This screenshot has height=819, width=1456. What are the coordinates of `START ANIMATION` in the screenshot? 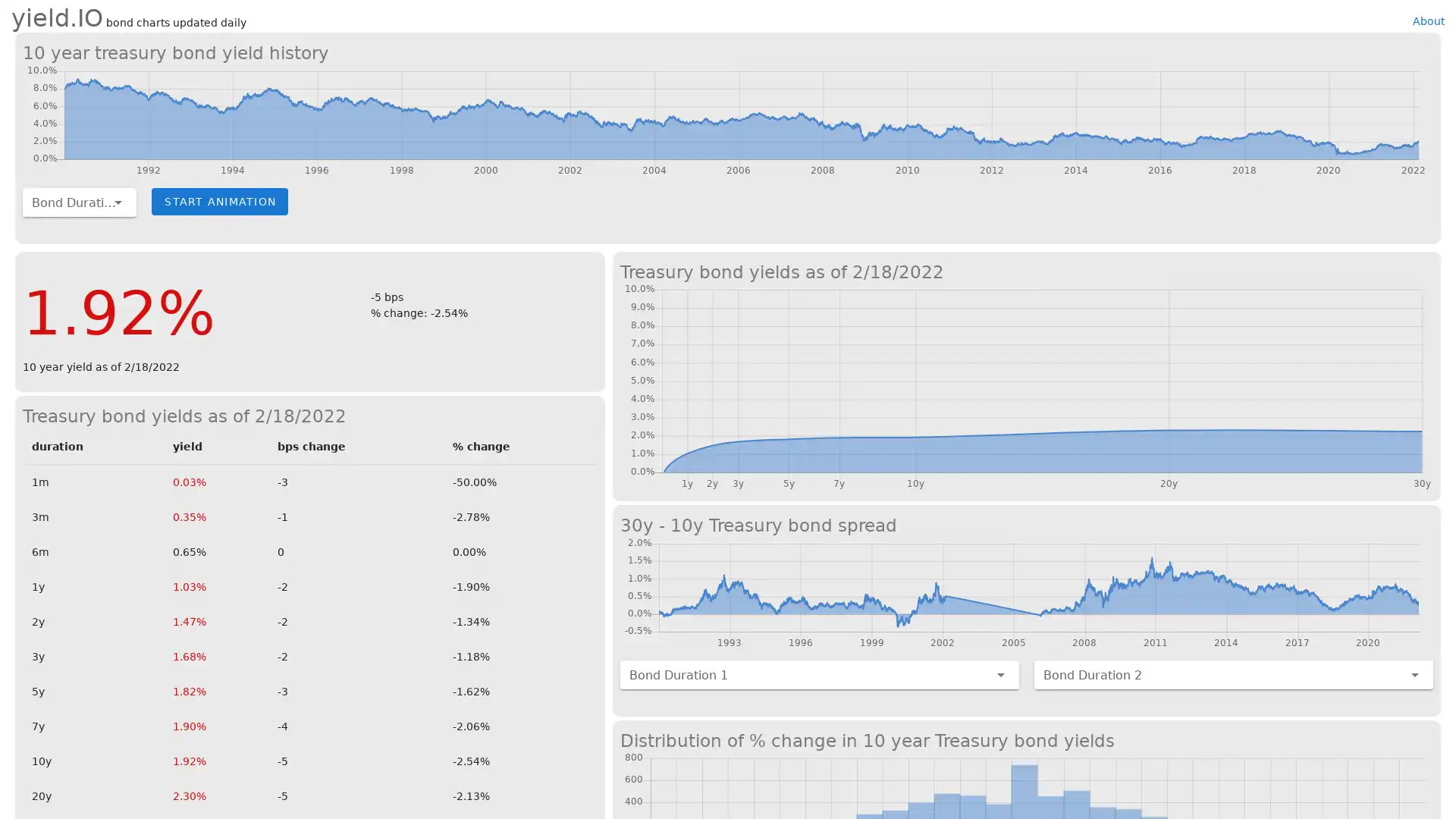 It's located at (218, 200).